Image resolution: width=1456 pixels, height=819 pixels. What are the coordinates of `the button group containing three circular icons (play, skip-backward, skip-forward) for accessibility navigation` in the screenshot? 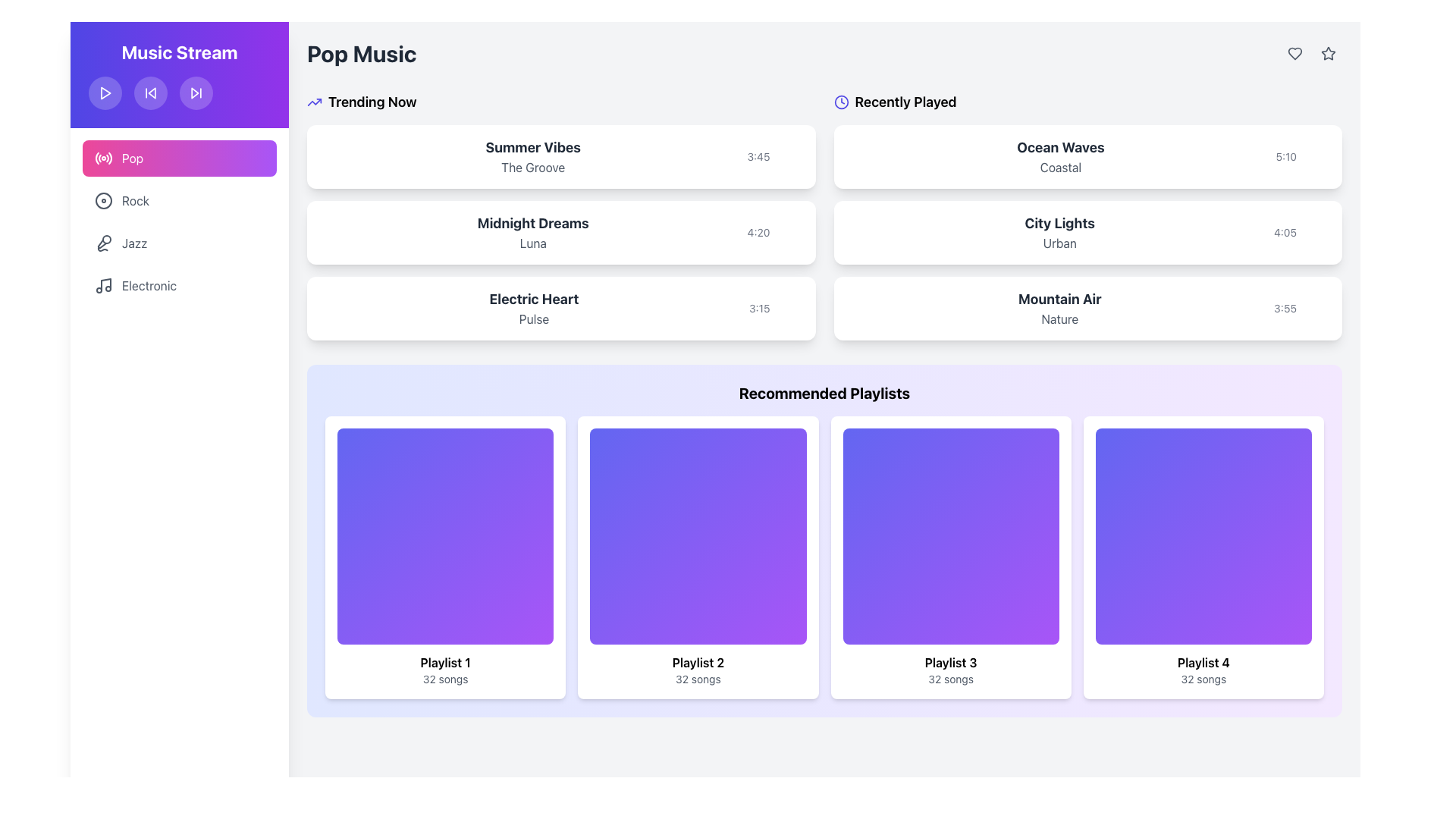 It's located at (179, 93).